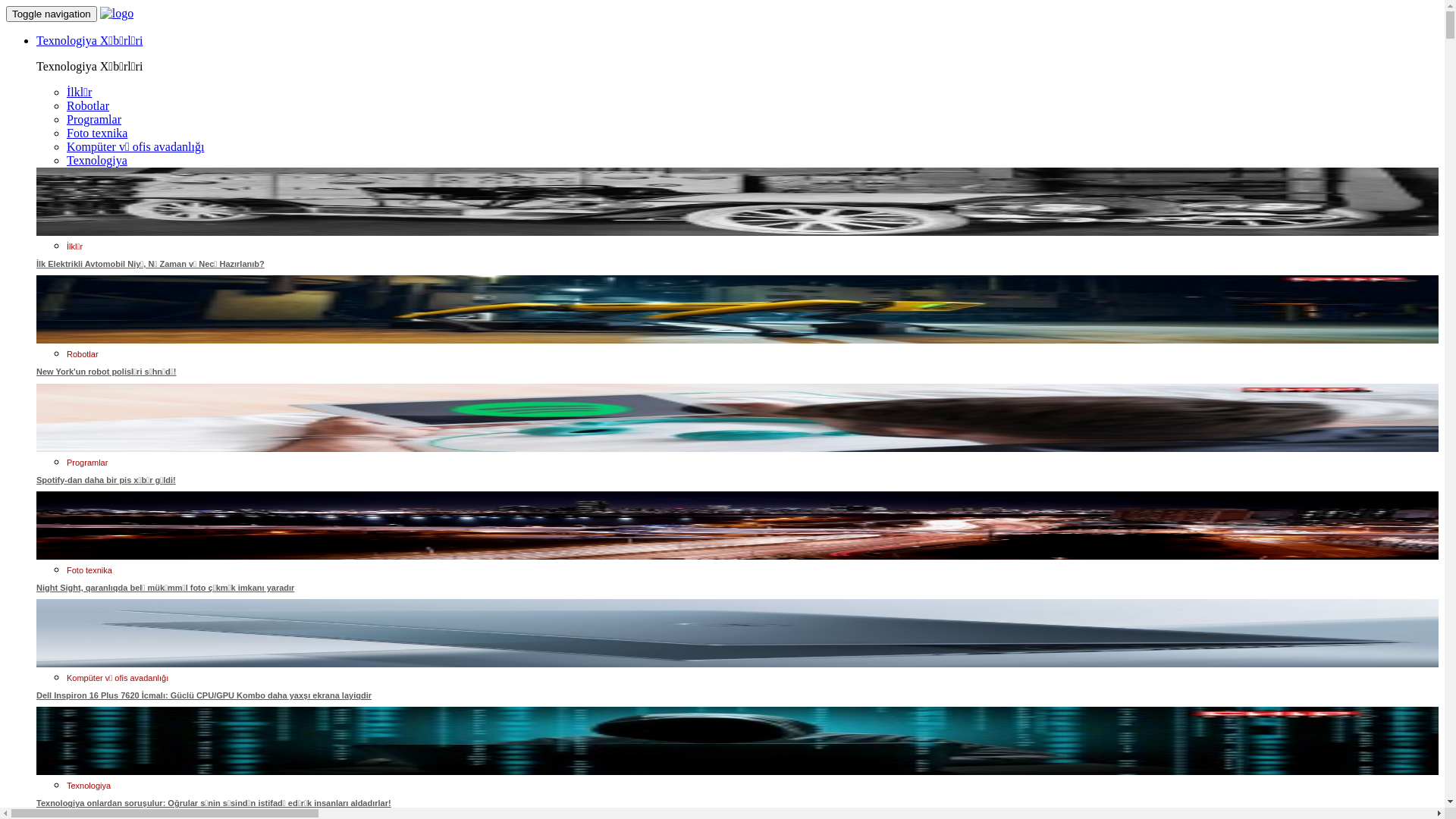 Image resolution: width=1456 pixels, height=819 pixels. What do you see at coordinates (6, 14) in the screenshot?
I see `'Toggle navigation'` at bounding box center [6, 14].